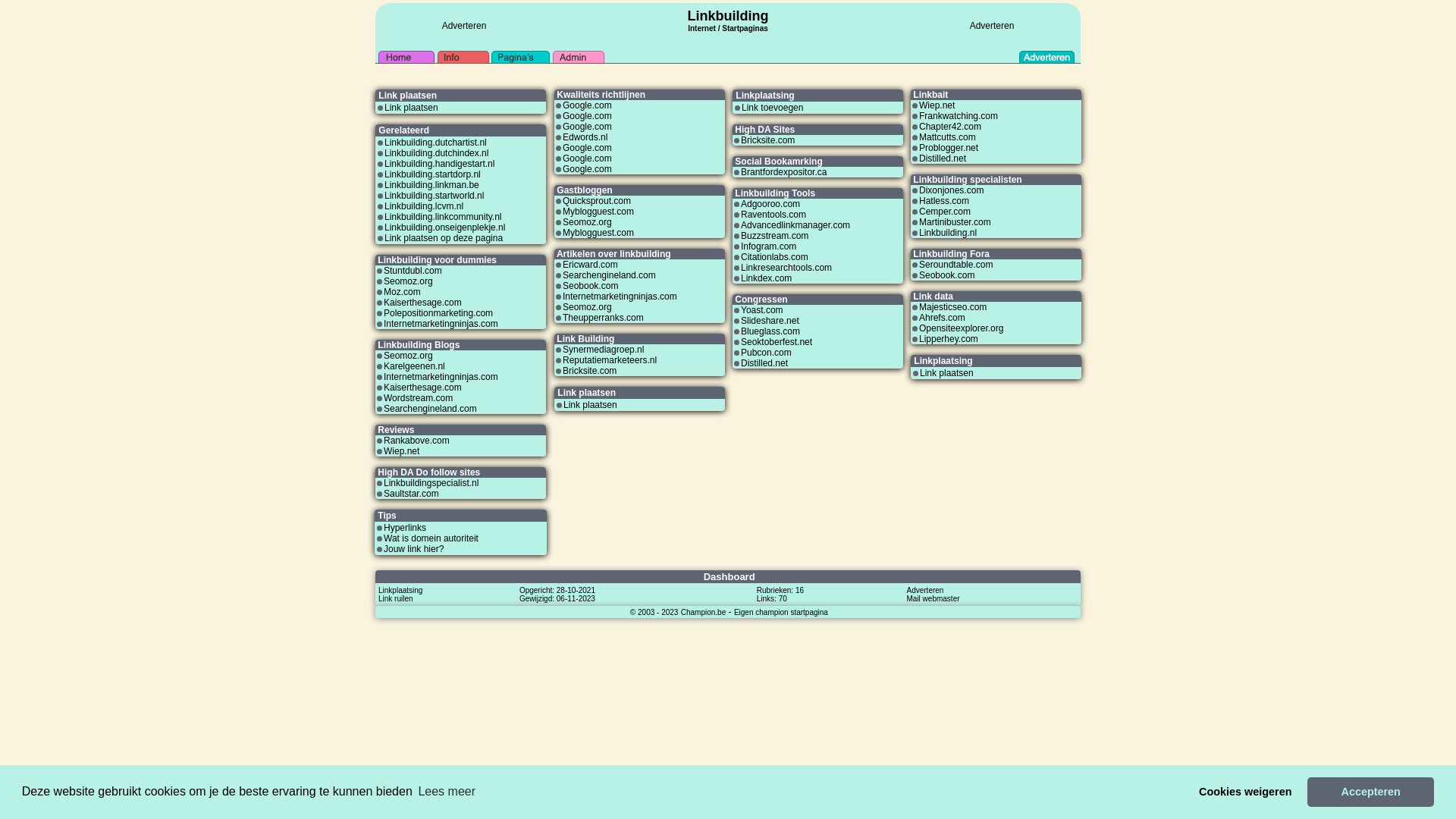  What do you see at coordinates (586, 148) in the screenshot?
I see `'Google.com'` at bounding box center [586, 148].